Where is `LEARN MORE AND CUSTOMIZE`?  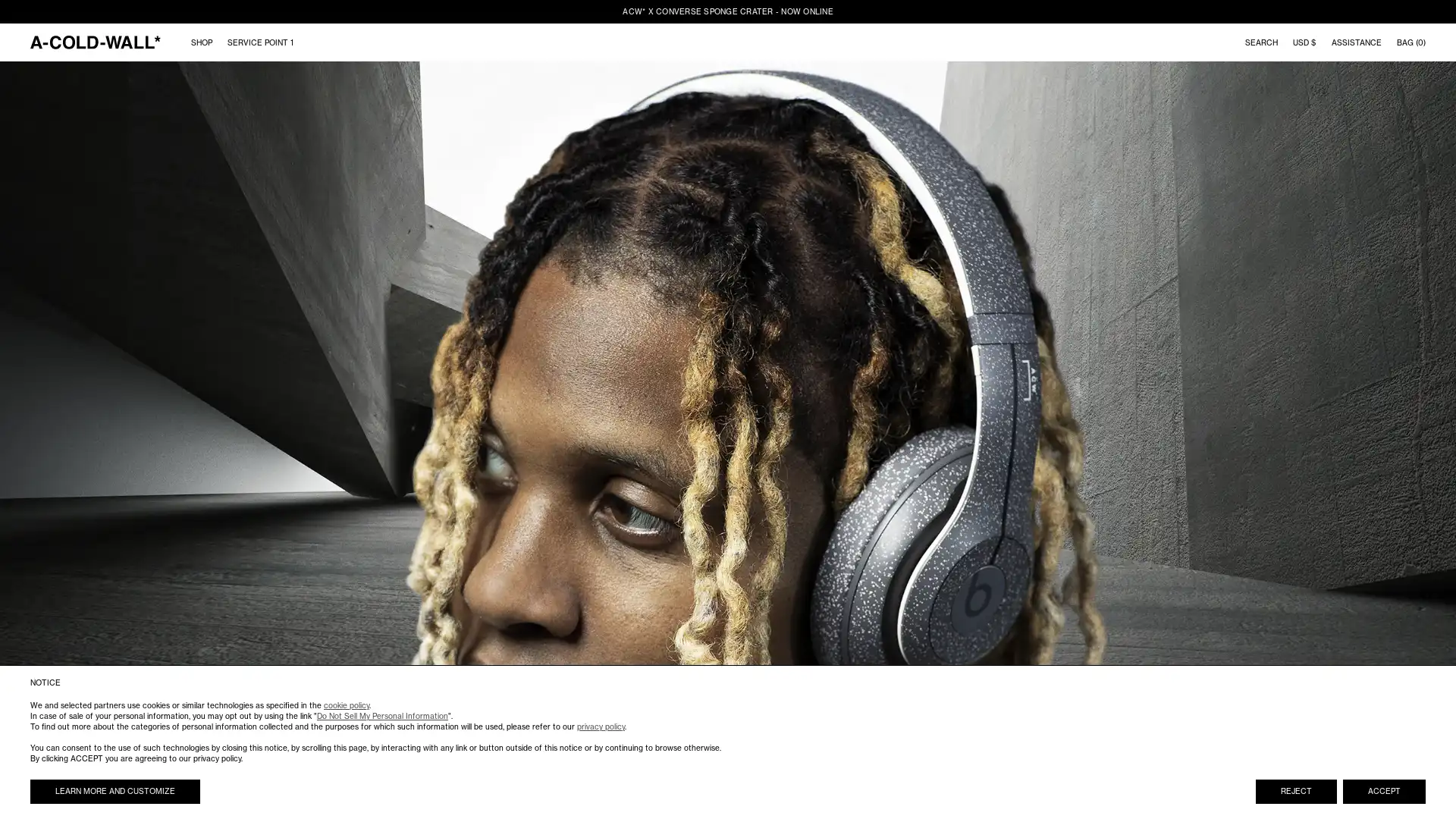 LEARN MORE AND CUSTOMIZE is located at coordinates (115, 791).